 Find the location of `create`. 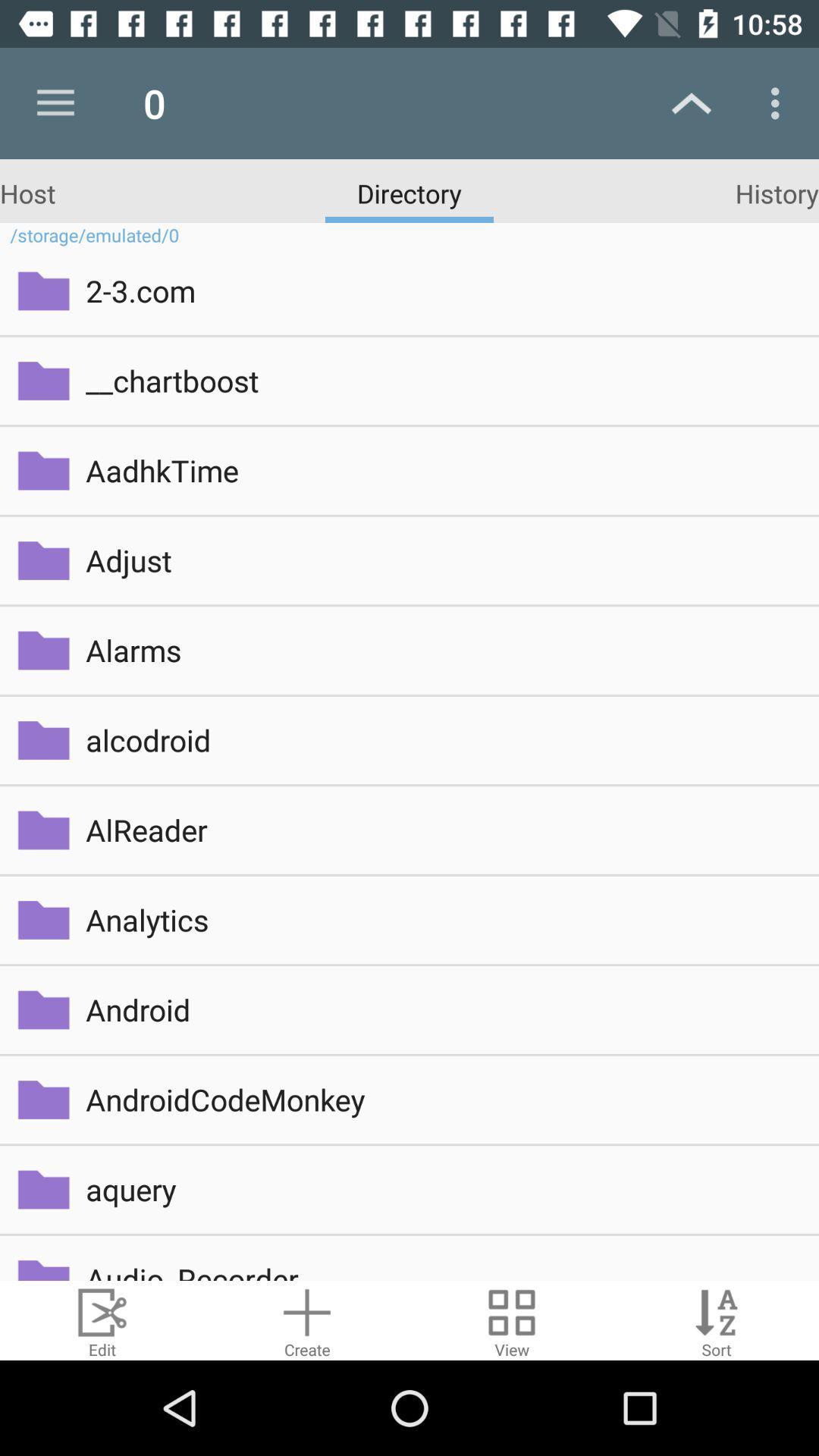

create is located at coordinates (307, 1319).